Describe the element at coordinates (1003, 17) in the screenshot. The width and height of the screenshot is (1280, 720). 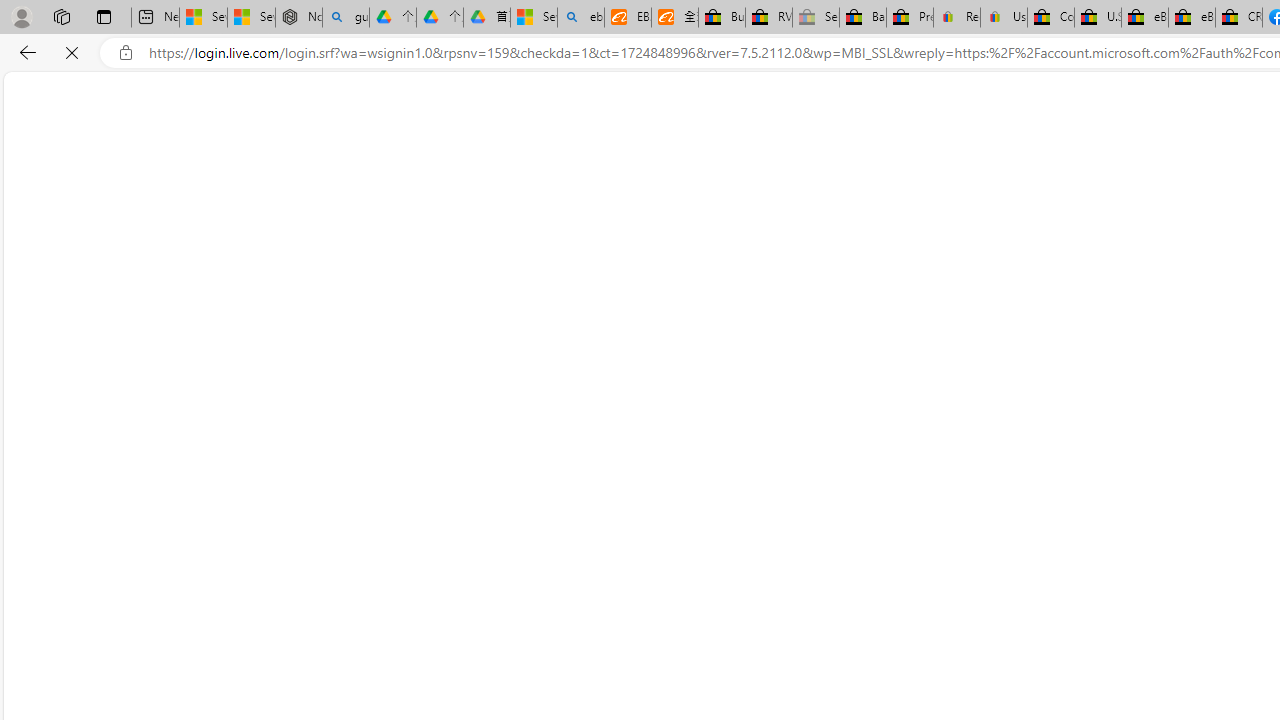
I see `'User Privacy Notice | eBay'` at that location.